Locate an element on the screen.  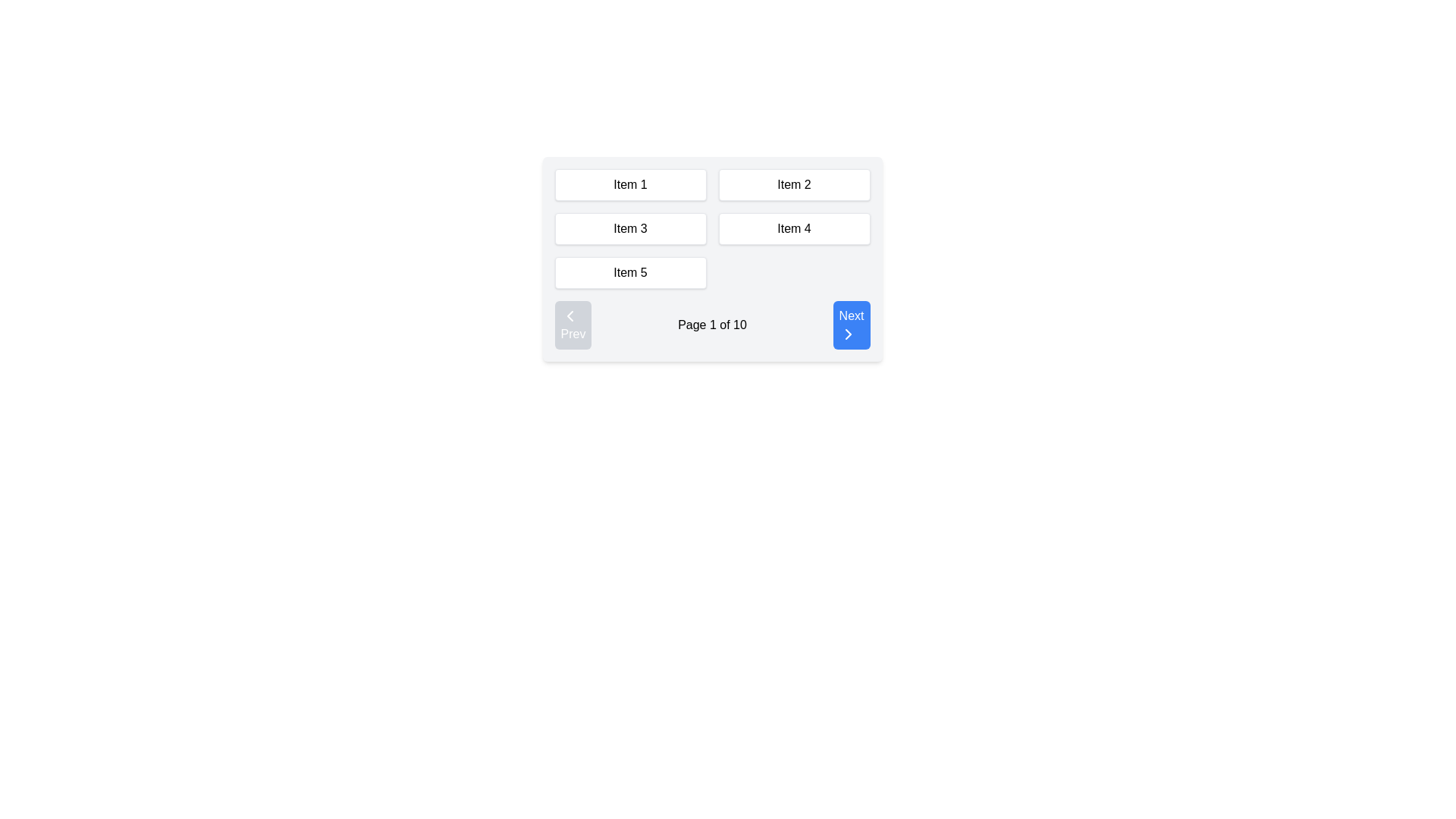
the rectangular box labeled 'Item 2' which has a white background and light gray border is located at coordinates (793, 184).